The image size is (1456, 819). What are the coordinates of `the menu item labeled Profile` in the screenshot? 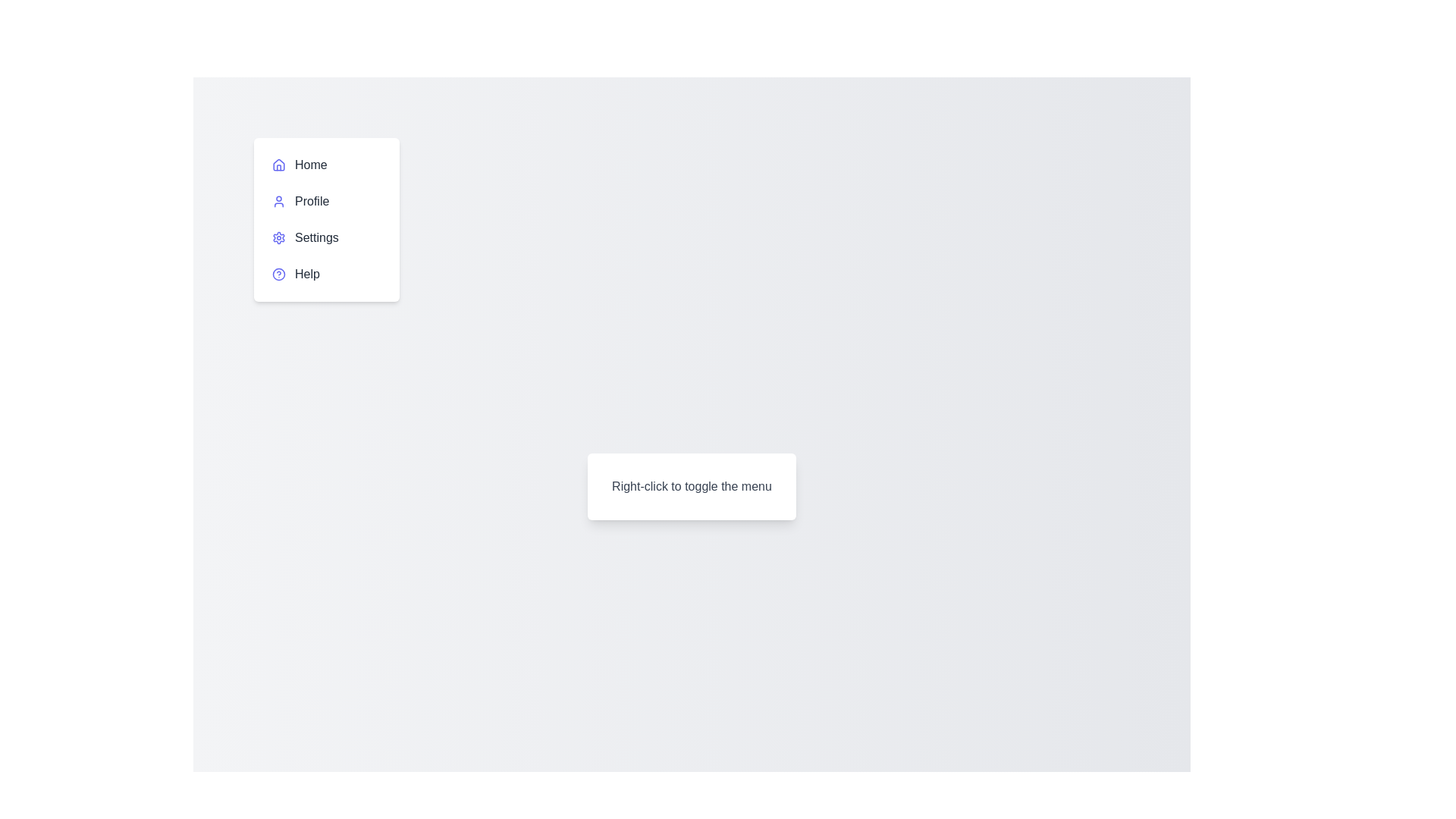 It's located at (326, 201).